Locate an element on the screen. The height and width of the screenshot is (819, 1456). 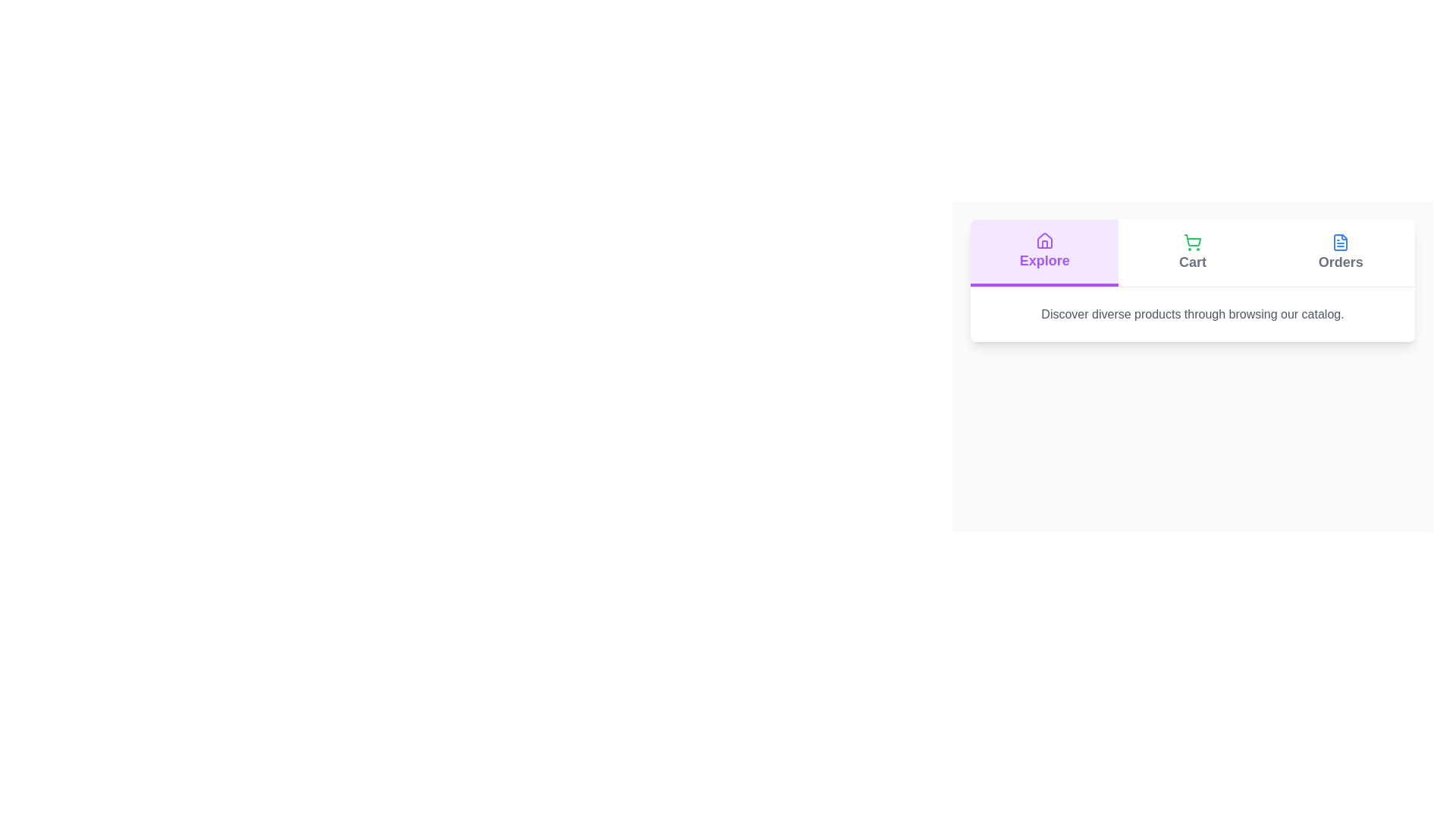
the tab labeled Explore to switch to its content is located at coordinates (1043, 253).